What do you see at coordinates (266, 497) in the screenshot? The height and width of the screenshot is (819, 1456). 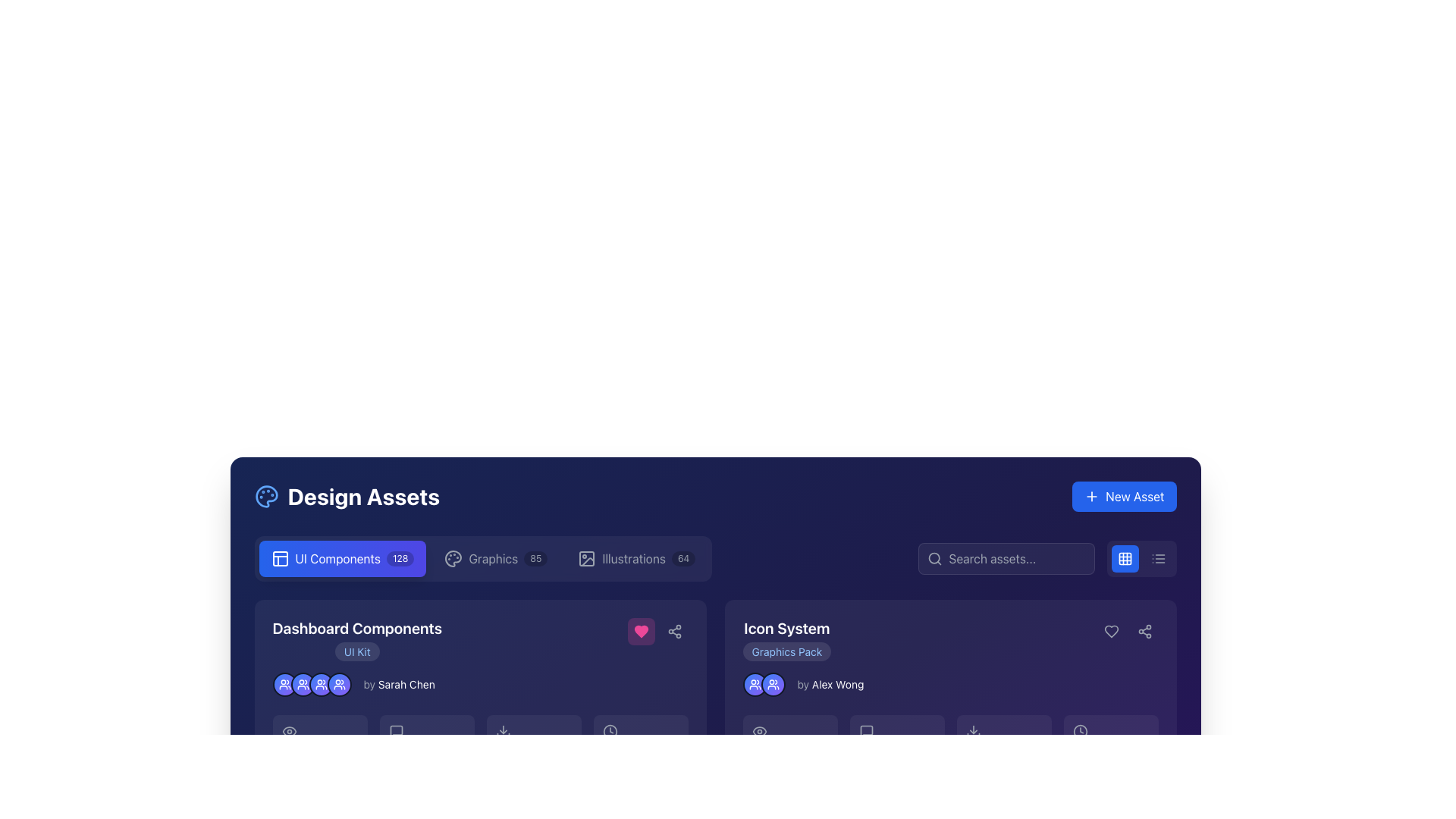 I see `the blue palette icon, which is circular with smaller circles inside, located to the left of the 'Design Assets' text` at bounding box center [266, 497].